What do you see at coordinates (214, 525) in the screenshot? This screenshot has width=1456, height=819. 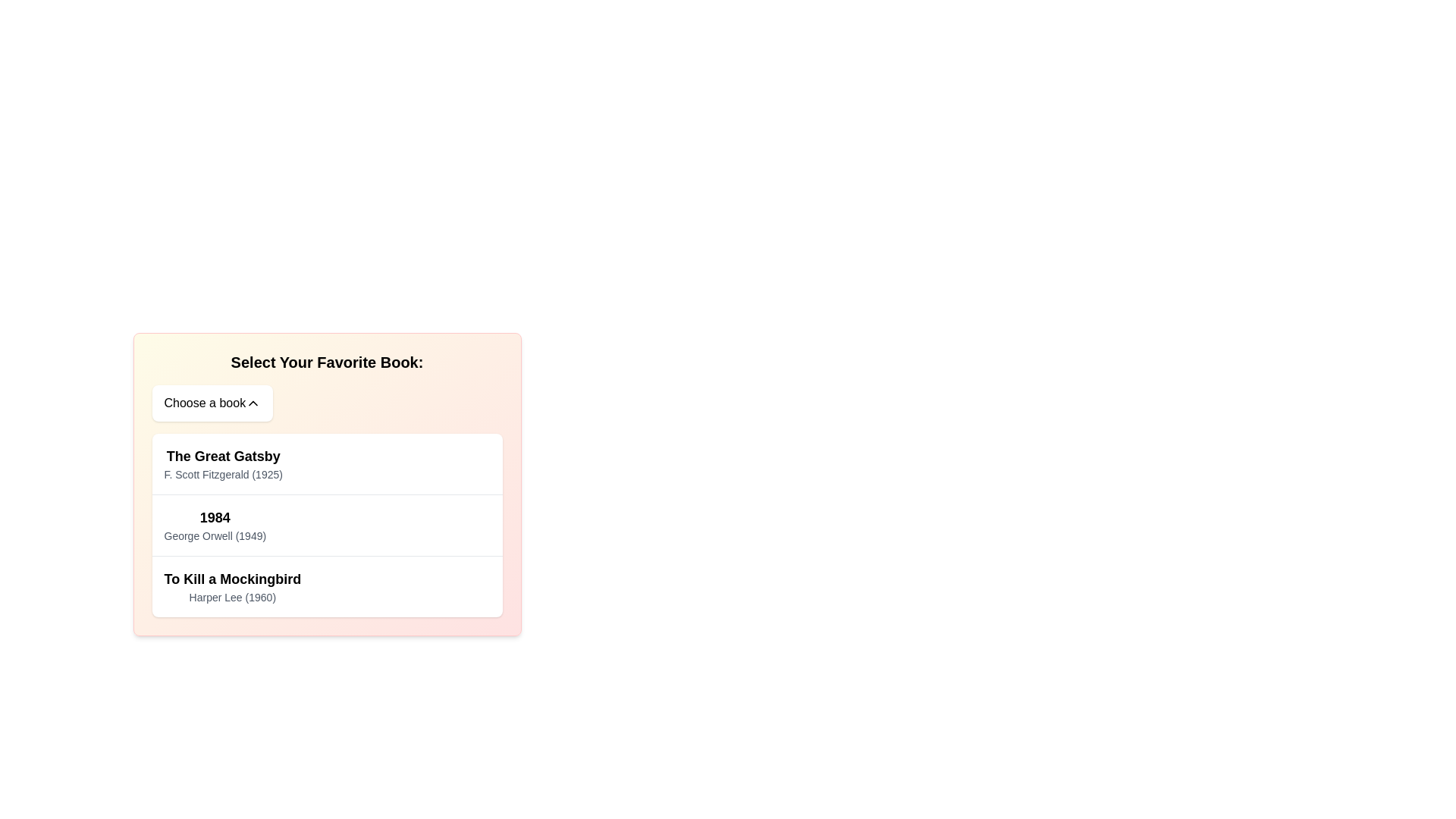 I see `to select the second book option in the list labeled 'Select Your Favorite Book:', which contains the title and author of a book, located directly below 'The Great Gatsby.'` at bounding box center [214, 525].